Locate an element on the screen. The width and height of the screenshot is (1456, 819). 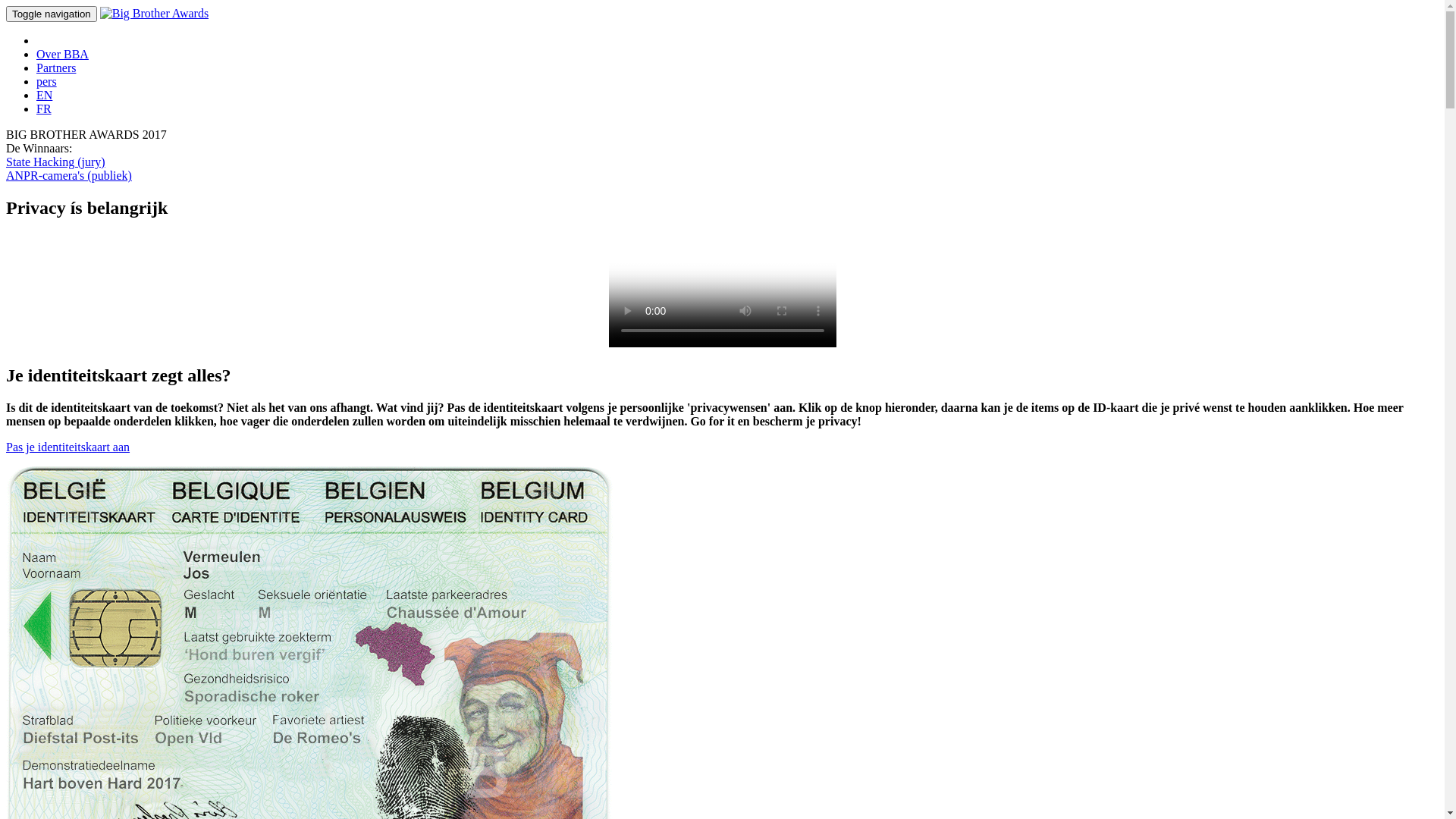
'Over BBA' is located at coordinates (61, 53).